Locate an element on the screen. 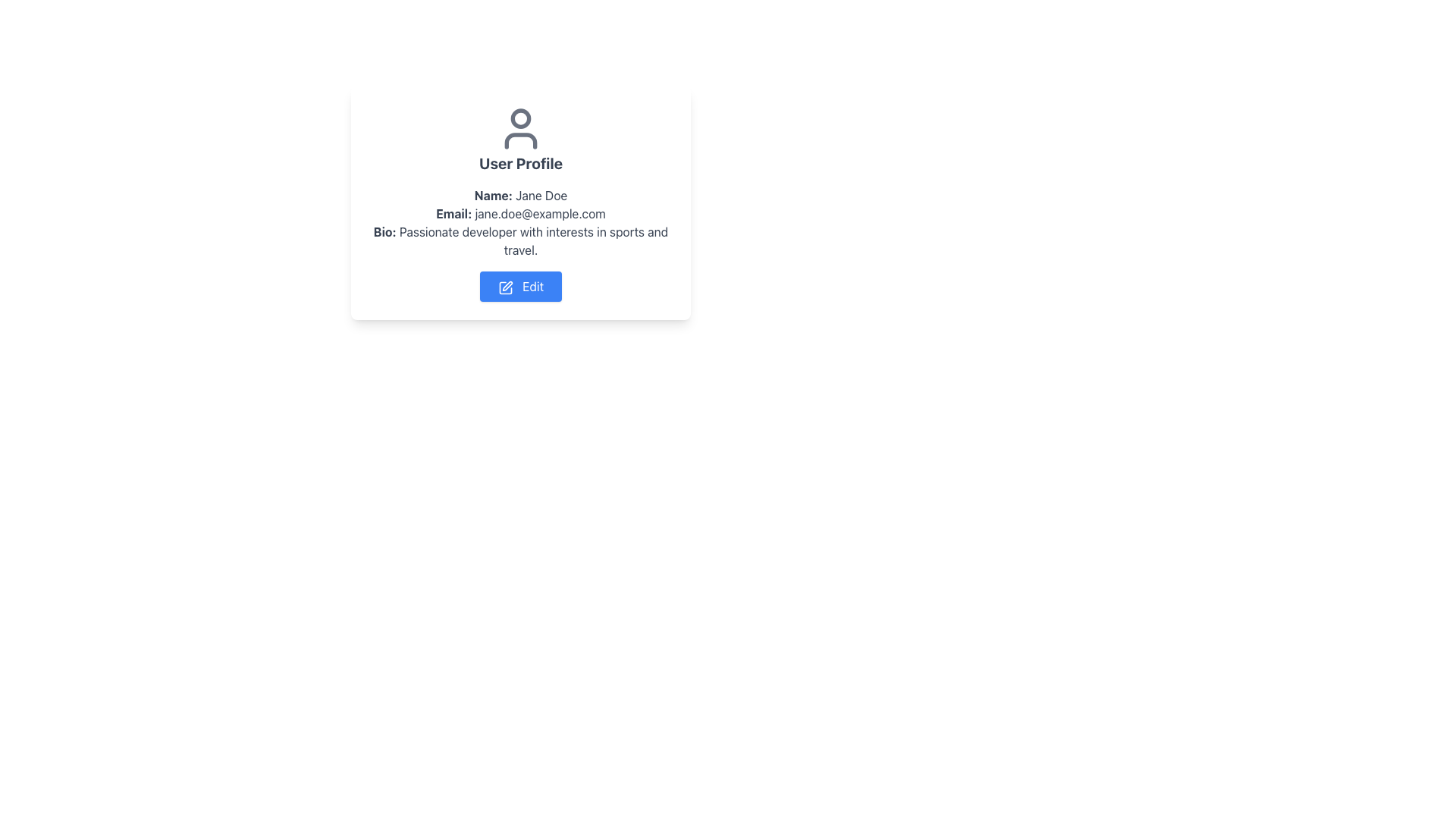  the static header element that visually represents the user profile section, which combines an icon and text is located at coordinates (520, 140).